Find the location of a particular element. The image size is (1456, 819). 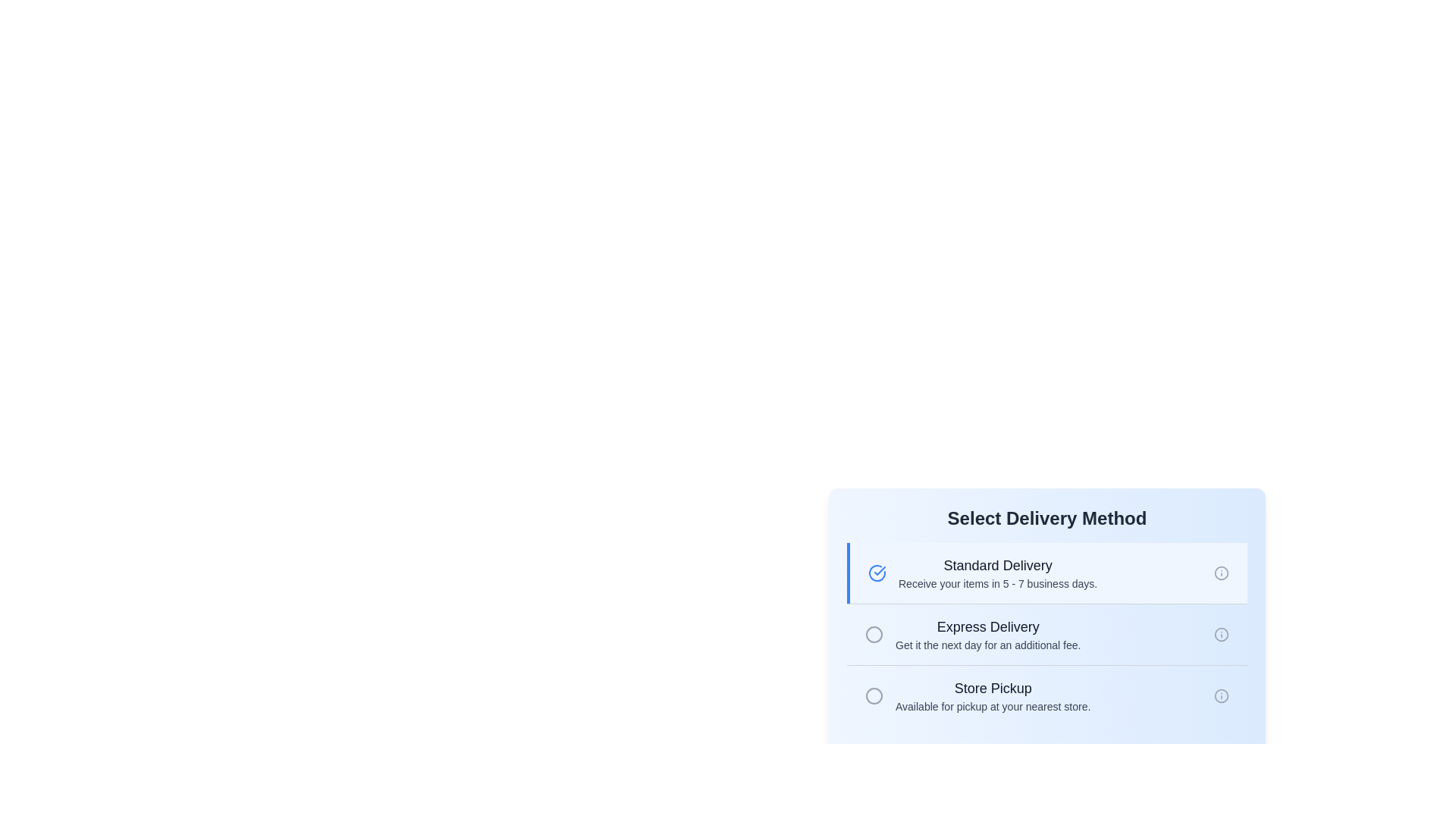

the circular selection indicator icon for 'Store Pickup' located to the left of the text under 'Select Delivery Method.' is located at coordinates (874, 696).